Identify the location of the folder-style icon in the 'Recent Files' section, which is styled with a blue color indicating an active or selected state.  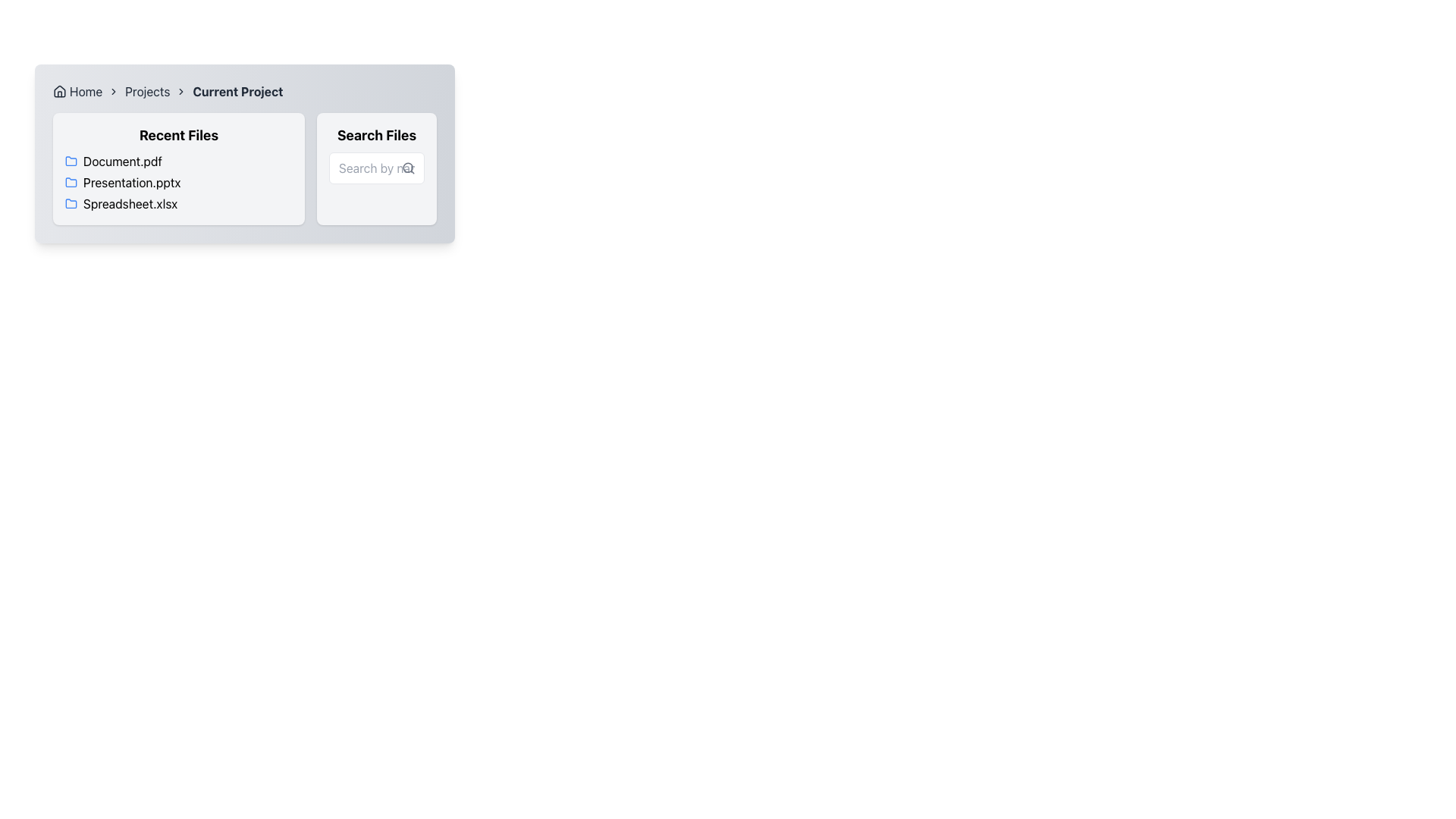
(71, 161).